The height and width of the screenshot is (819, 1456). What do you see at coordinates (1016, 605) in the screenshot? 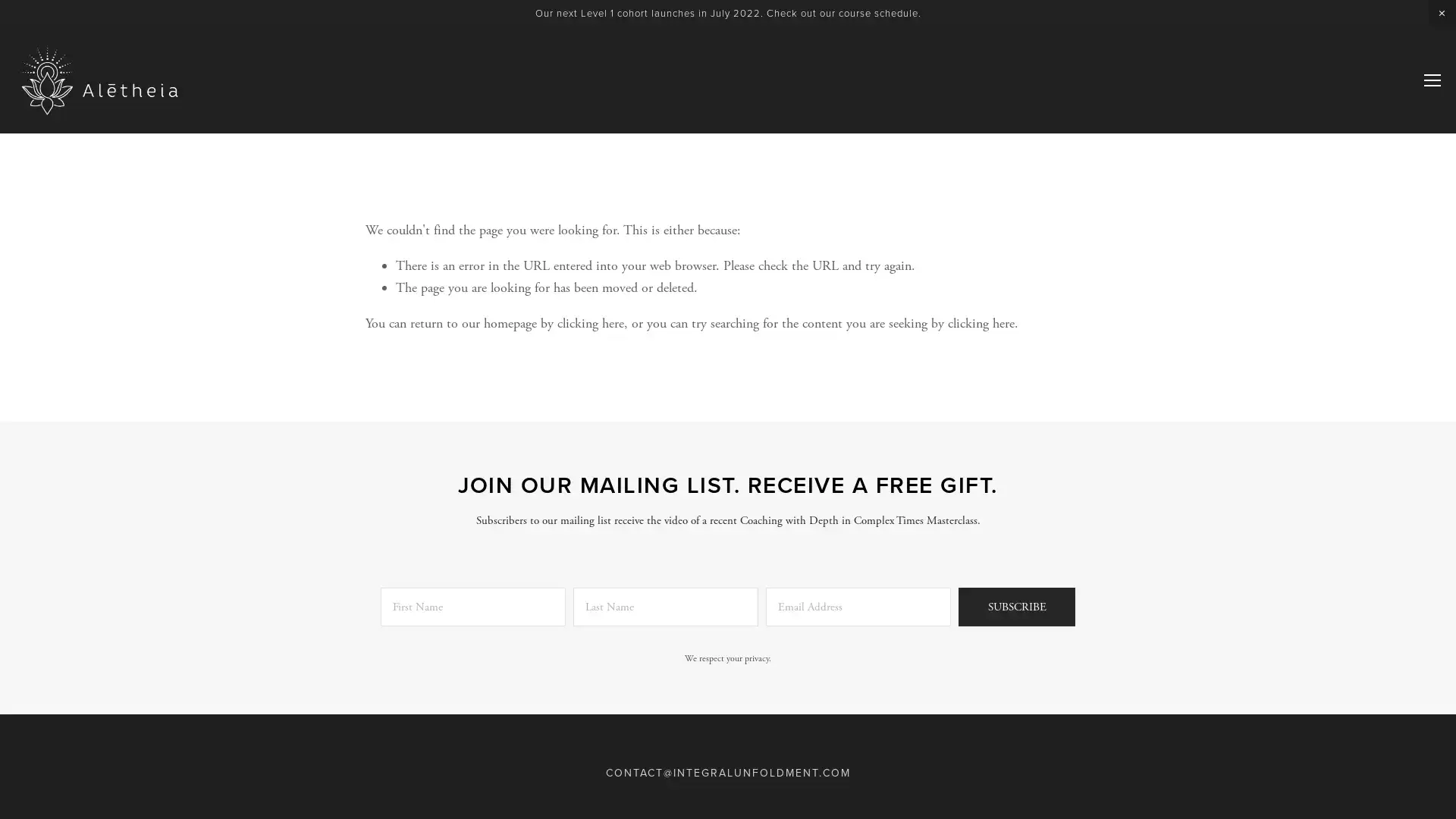
I see `SUBSCRIBE` at bounding box center [1016, 605].